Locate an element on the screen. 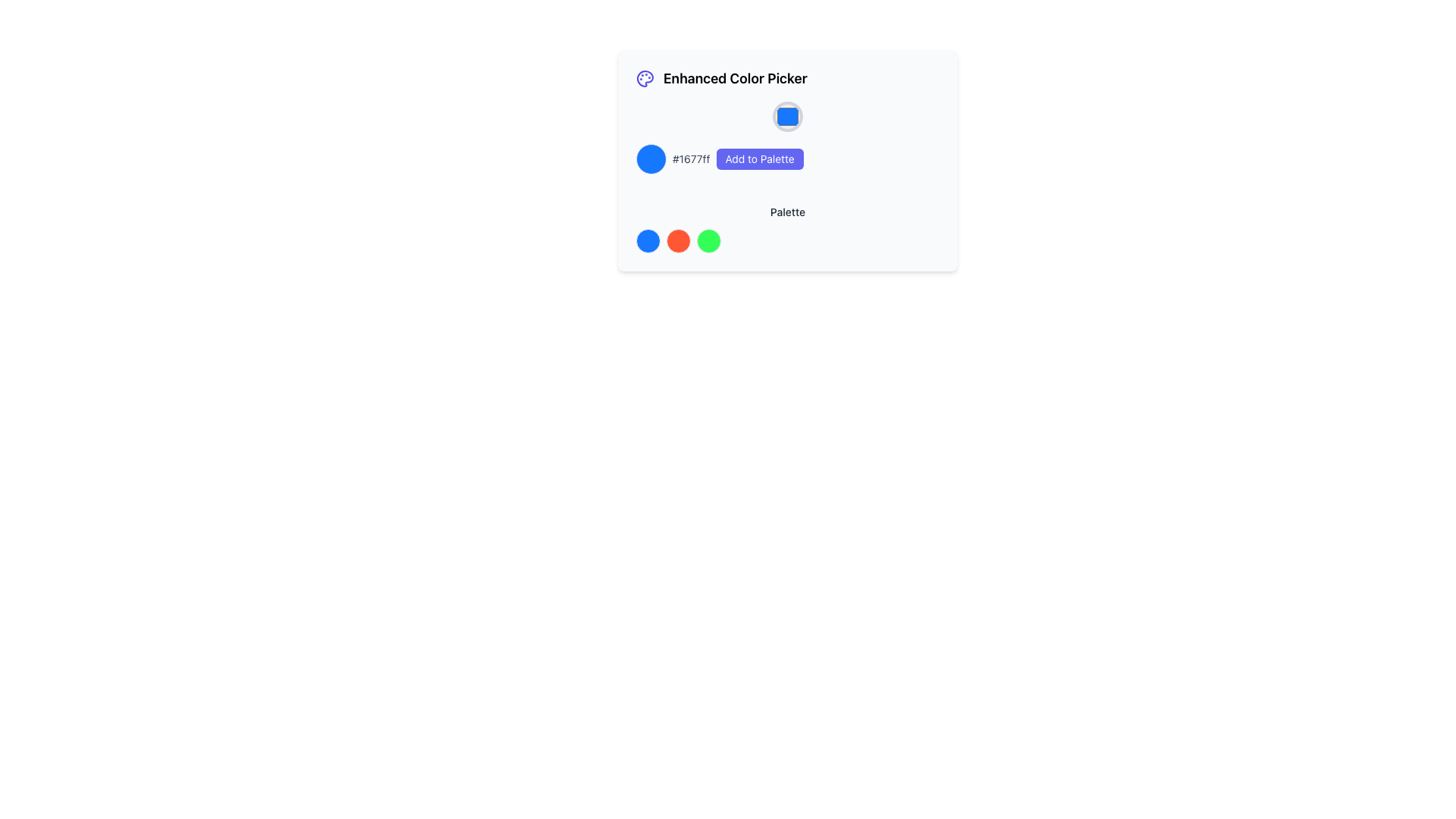 The width and height of the screenshot is (1456, 819). the color swatch display, which is a circular element representing a color sample is located at coordinates (651, 158).